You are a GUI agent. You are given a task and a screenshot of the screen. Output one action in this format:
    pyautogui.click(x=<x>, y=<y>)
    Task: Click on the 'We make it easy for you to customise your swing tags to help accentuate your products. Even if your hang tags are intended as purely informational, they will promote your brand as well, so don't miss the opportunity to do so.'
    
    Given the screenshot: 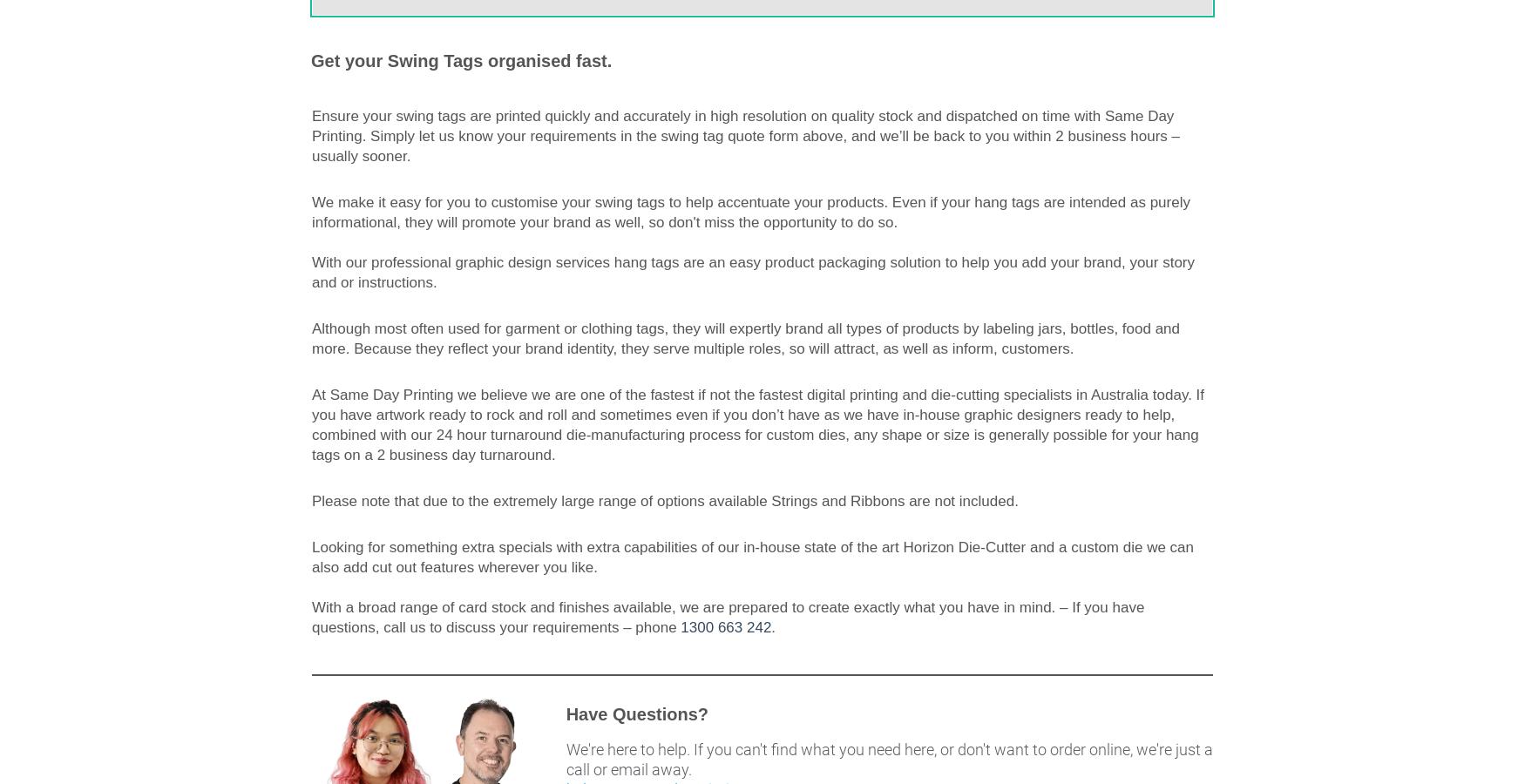 What is the action you would take?
    pyautogui.click(x=750, y=211)
    